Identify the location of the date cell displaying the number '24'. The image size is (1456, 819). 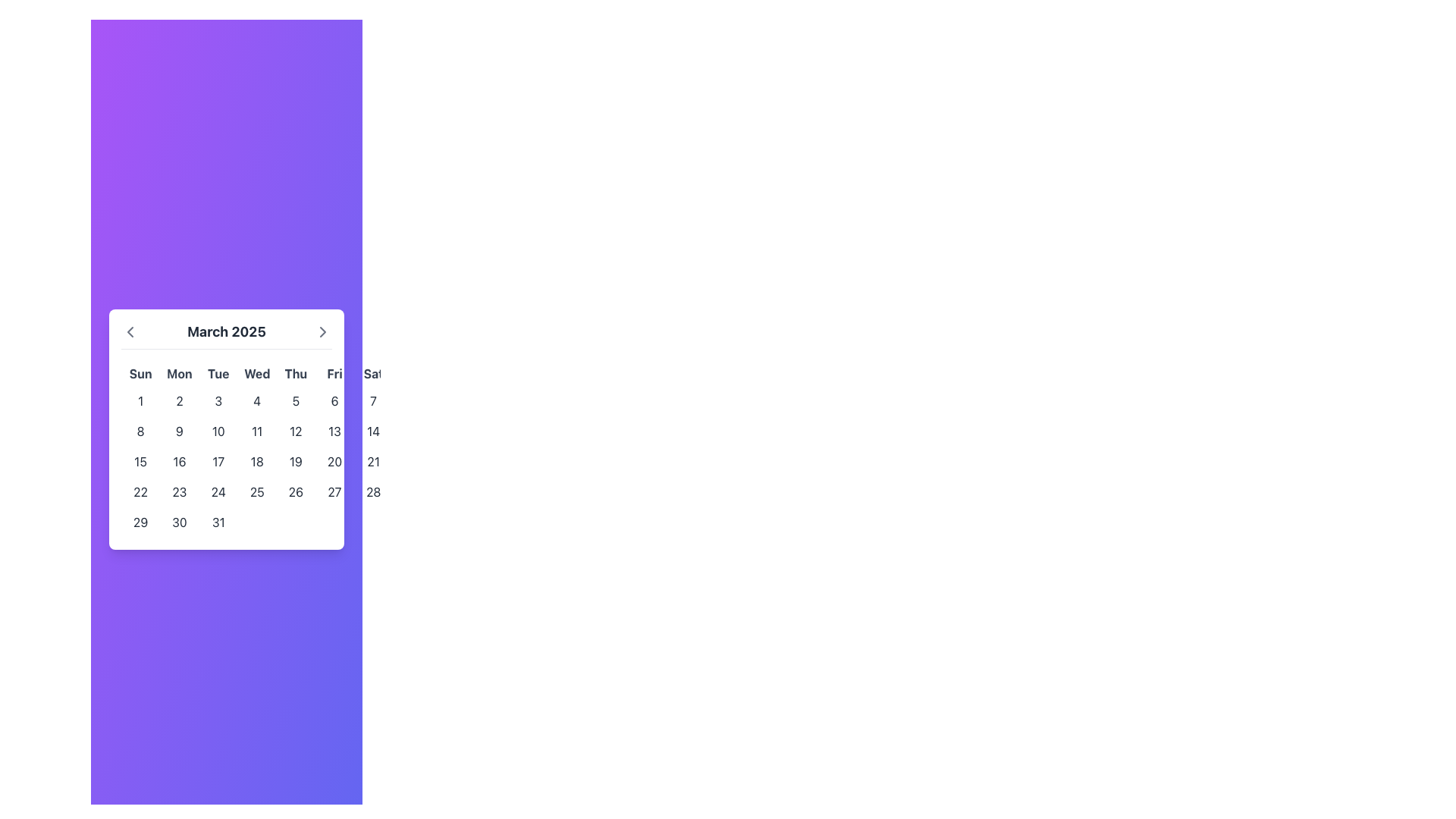
(218, 491).